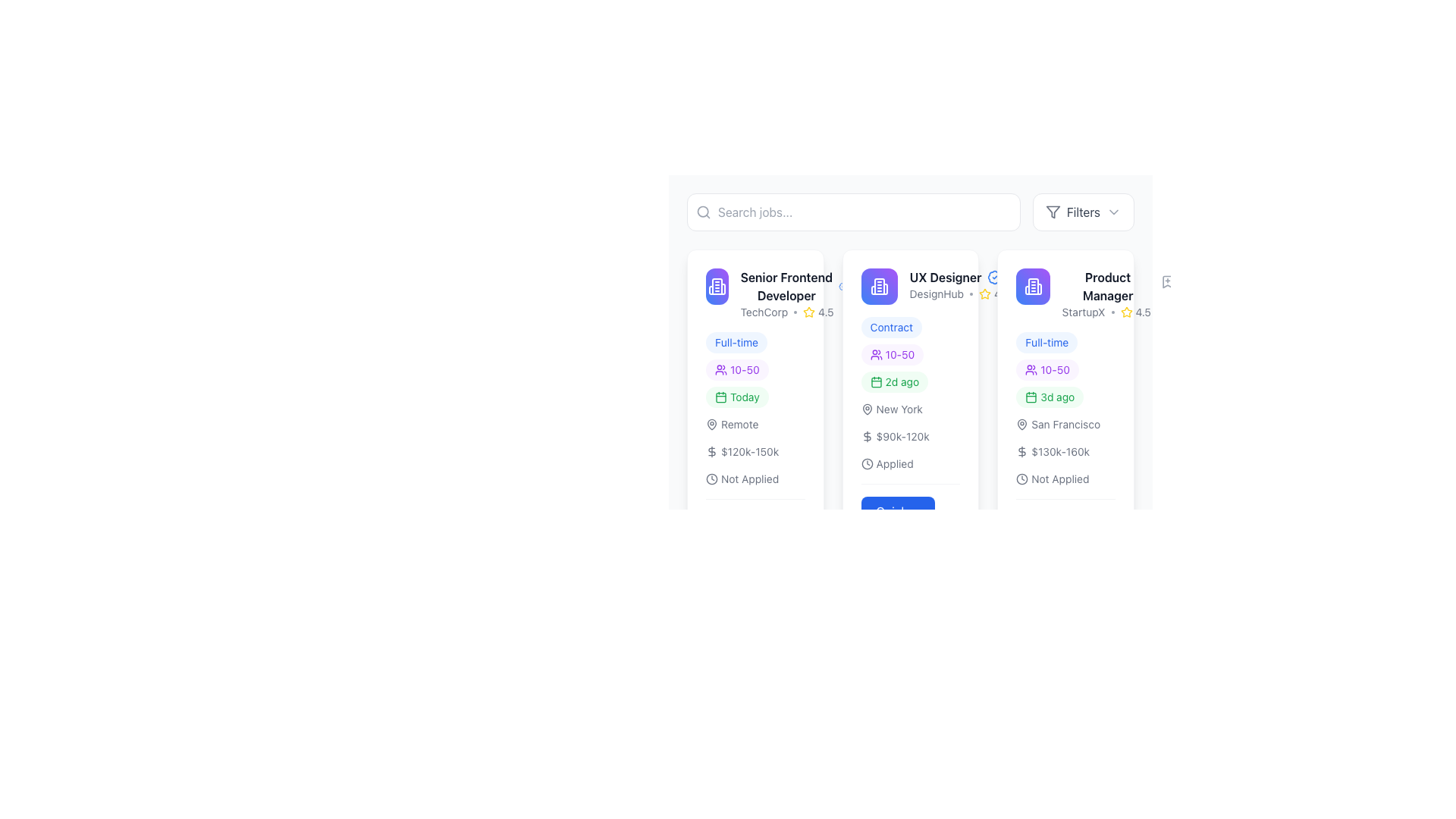 The height and width of the screenshot is (819, 1456). What do you see at coordinates (892, 717) in the screenshot?
I see `the badge representing the size or range of a group or entity associated with the content, located below the 'Full-time' badge and above the '2d ago' badge, for interaction` at bounding box center [892, 717].